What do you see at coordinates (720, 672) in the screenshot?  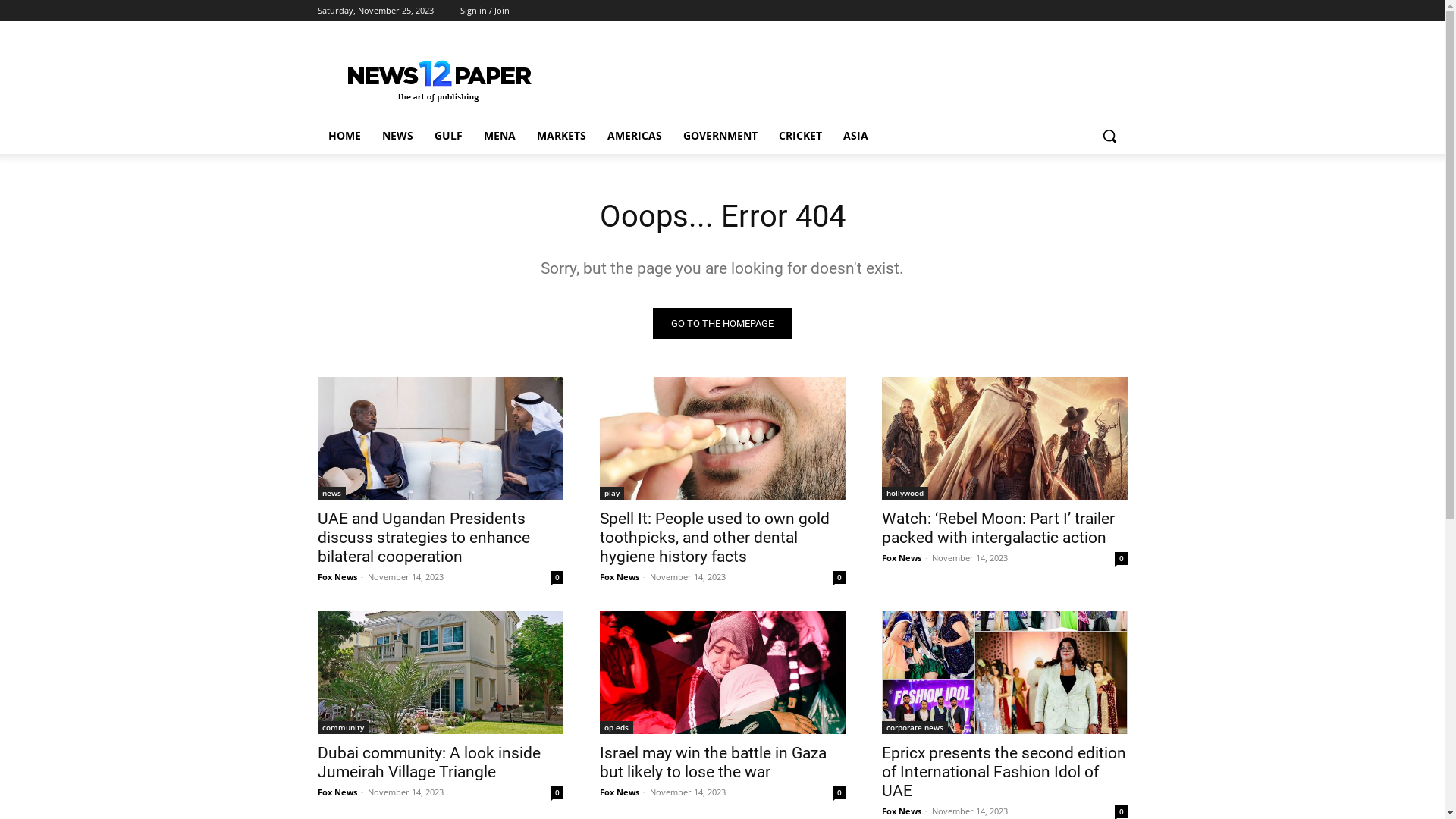 I see `'Israel may win the battle in Gaza but likely to lose the war'` at bounding box center [720, 672].